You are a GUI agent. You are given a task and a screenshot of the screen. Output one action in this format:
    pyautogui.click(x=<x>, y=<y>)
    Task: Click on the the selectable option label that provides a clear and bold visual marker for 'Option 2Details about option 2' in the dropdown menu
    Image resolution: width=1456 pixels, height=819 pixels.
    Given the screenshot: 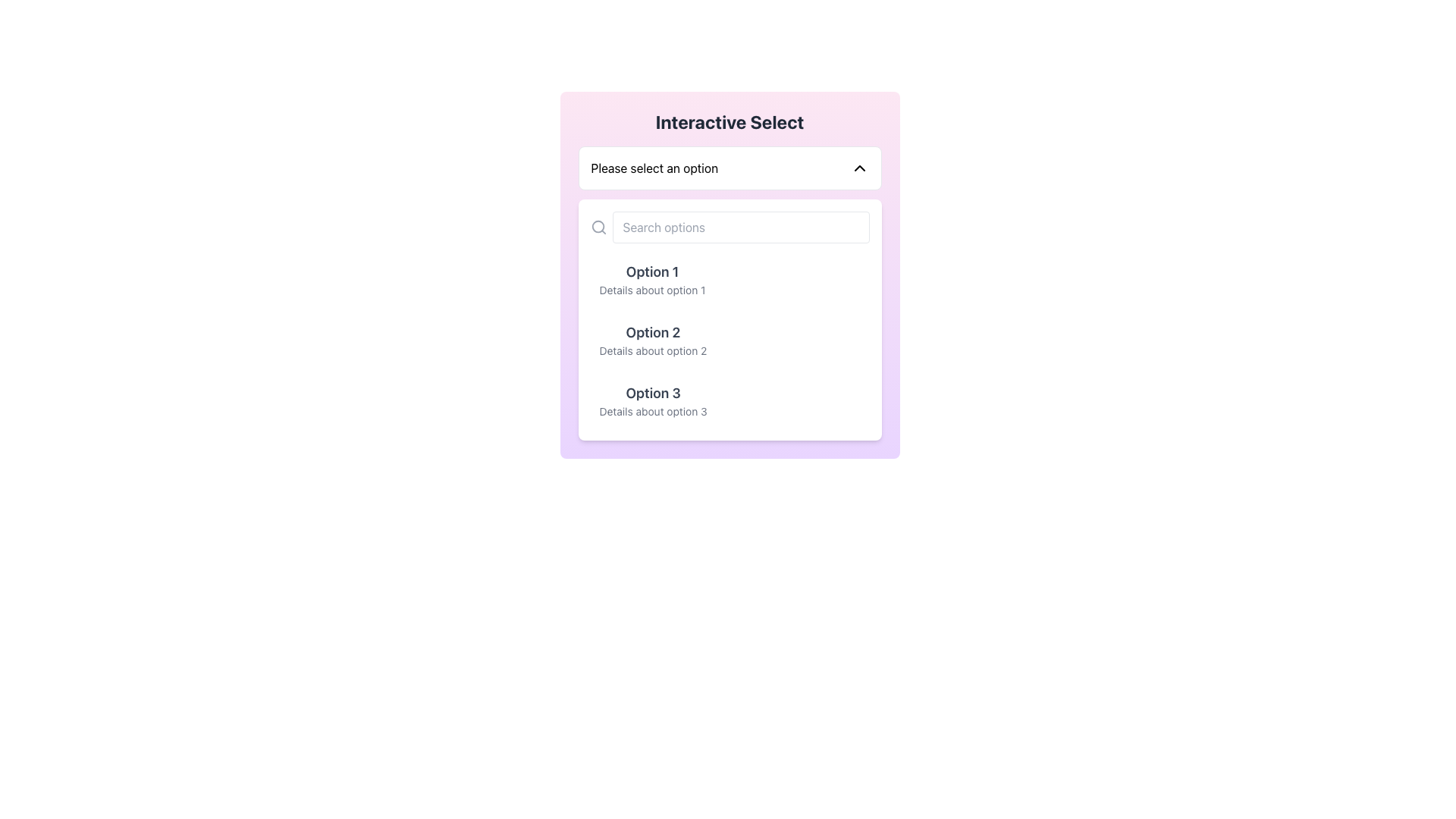 What is the action you would take?
    pyautogui.click(x=653, y=332)
    